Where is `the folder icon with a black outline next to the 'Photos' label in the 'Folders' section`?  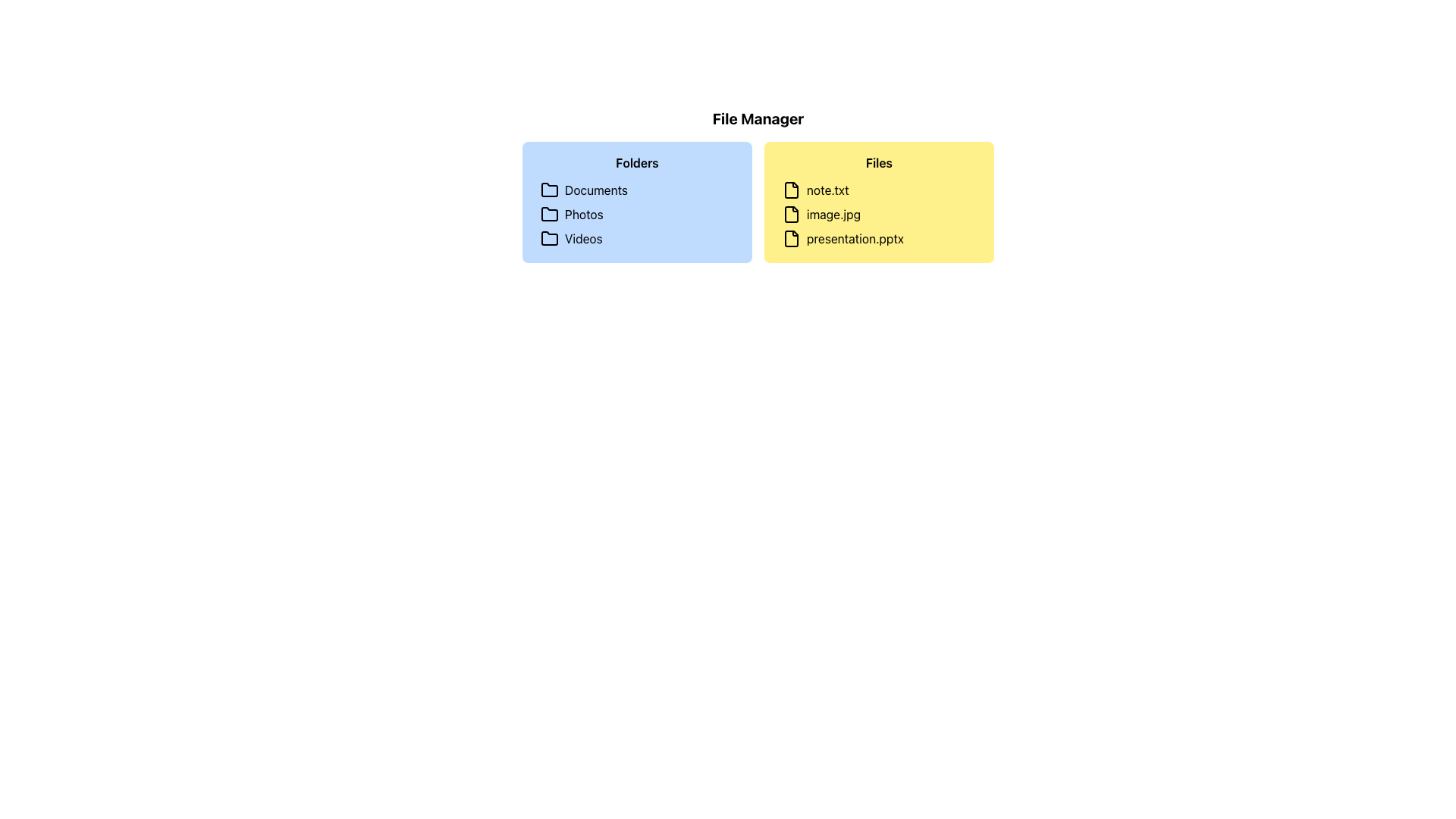
the folder icon with a black outline next to the 'Photos' label in the 'Folders' section is located at coordinates (548, 214).